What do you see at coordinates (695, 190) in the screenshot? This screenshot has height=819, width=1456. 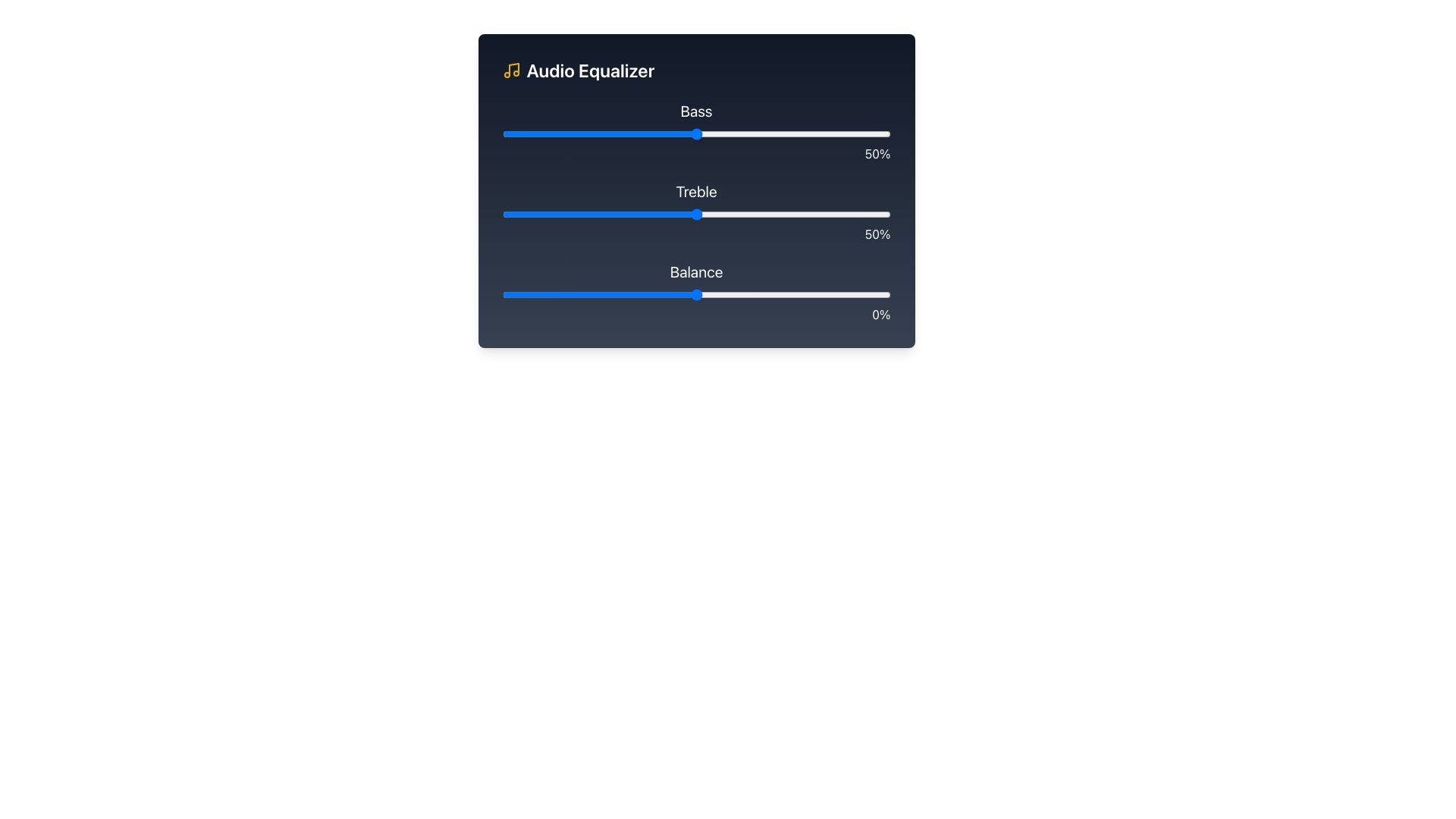 I see `the labels of the interactive control panel` at bounding box center [695, 190].